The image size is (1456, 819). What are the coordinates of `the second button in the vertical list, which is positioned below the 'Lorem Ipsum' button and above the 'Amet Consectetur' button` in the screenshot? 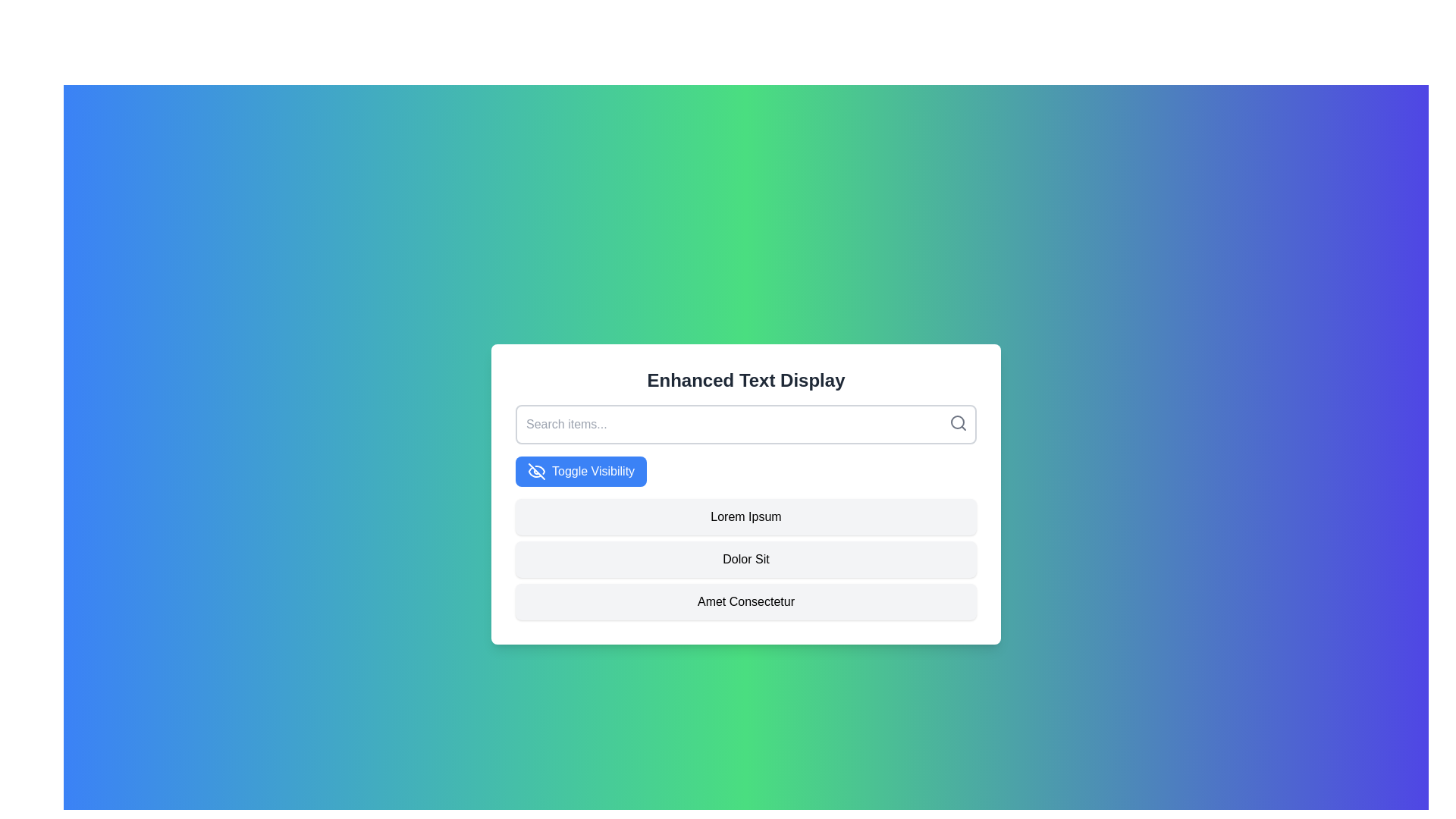 It's located at (745, 559).